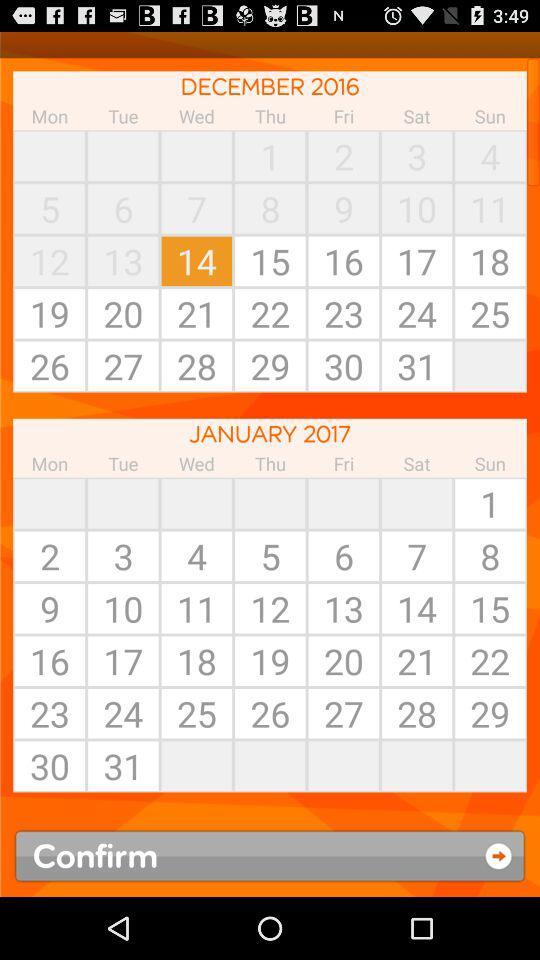 This screenshot has height=960, width=540. I want to click on icon below the fri item, so click(416, 502).